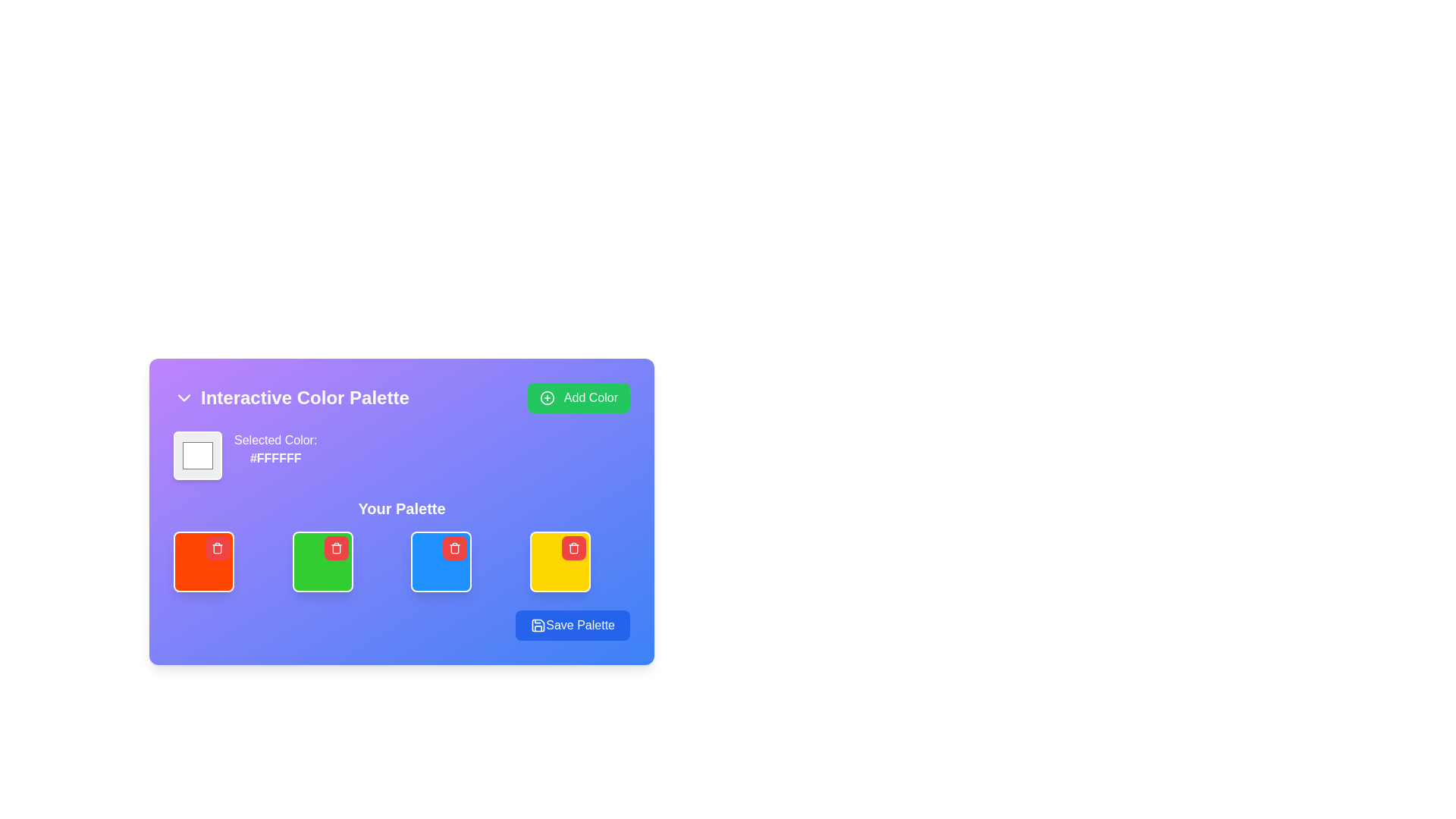  I want to click on the red trash can icon, which is the third delete icon in the 'Your Palette' section, so click(335, 548).